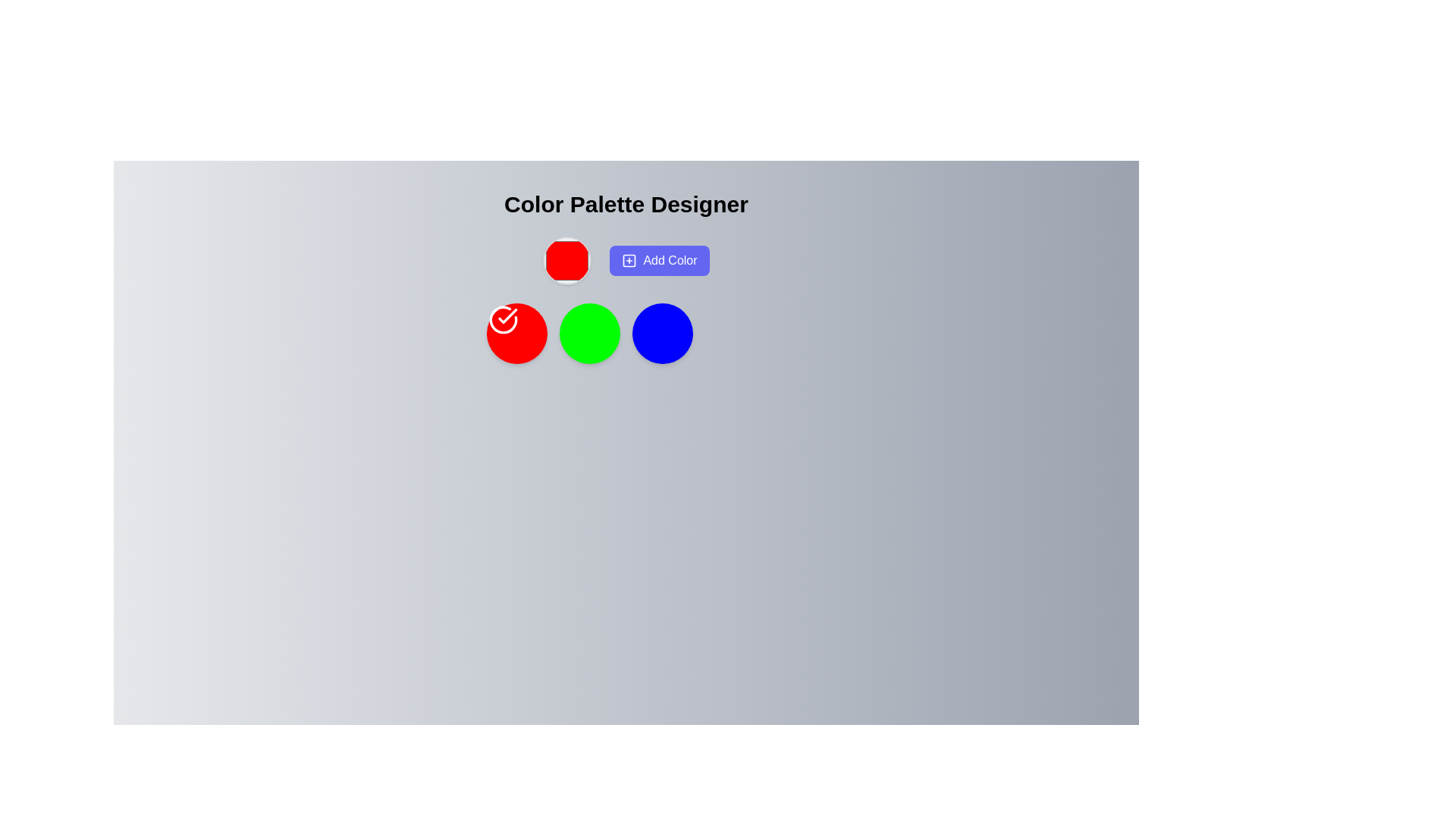  I want to click on the circular red button with a gray border, so click(566, 259).